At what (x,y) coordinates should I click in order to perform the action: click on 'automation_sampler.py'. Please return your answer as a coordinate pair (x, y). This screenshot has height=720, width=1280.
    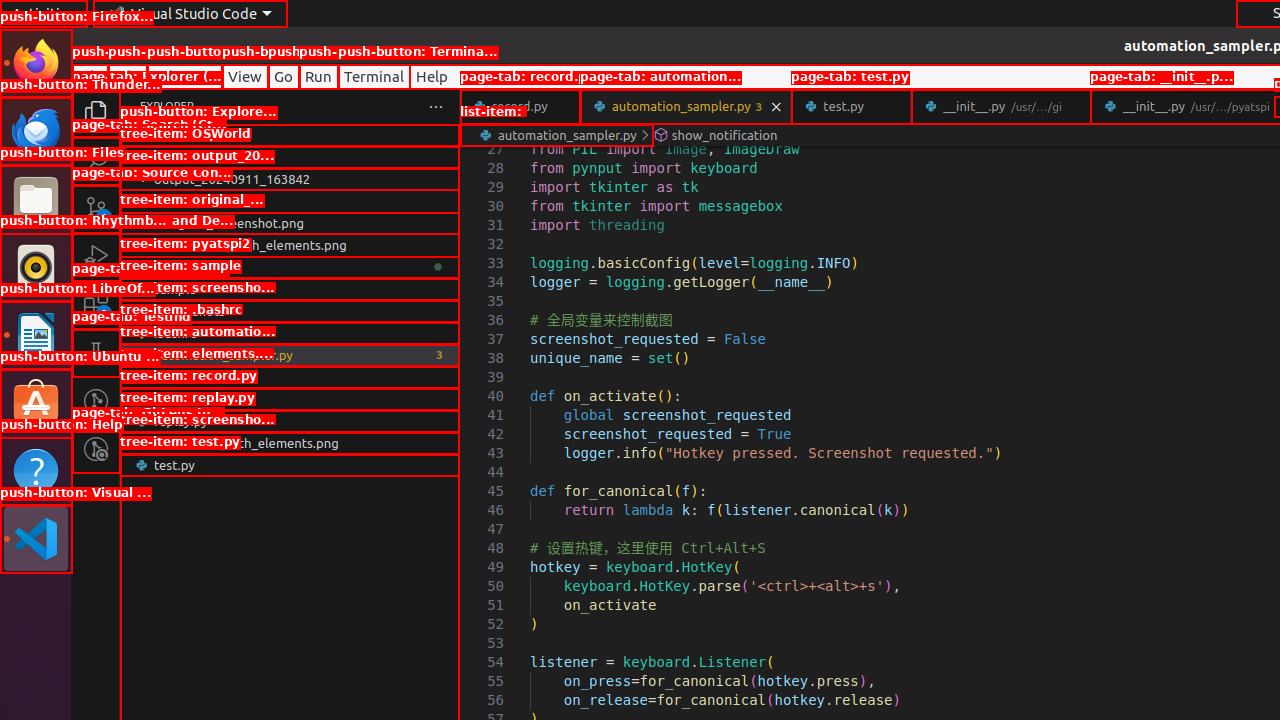
    Looking at the image, I should click on (685, 106).